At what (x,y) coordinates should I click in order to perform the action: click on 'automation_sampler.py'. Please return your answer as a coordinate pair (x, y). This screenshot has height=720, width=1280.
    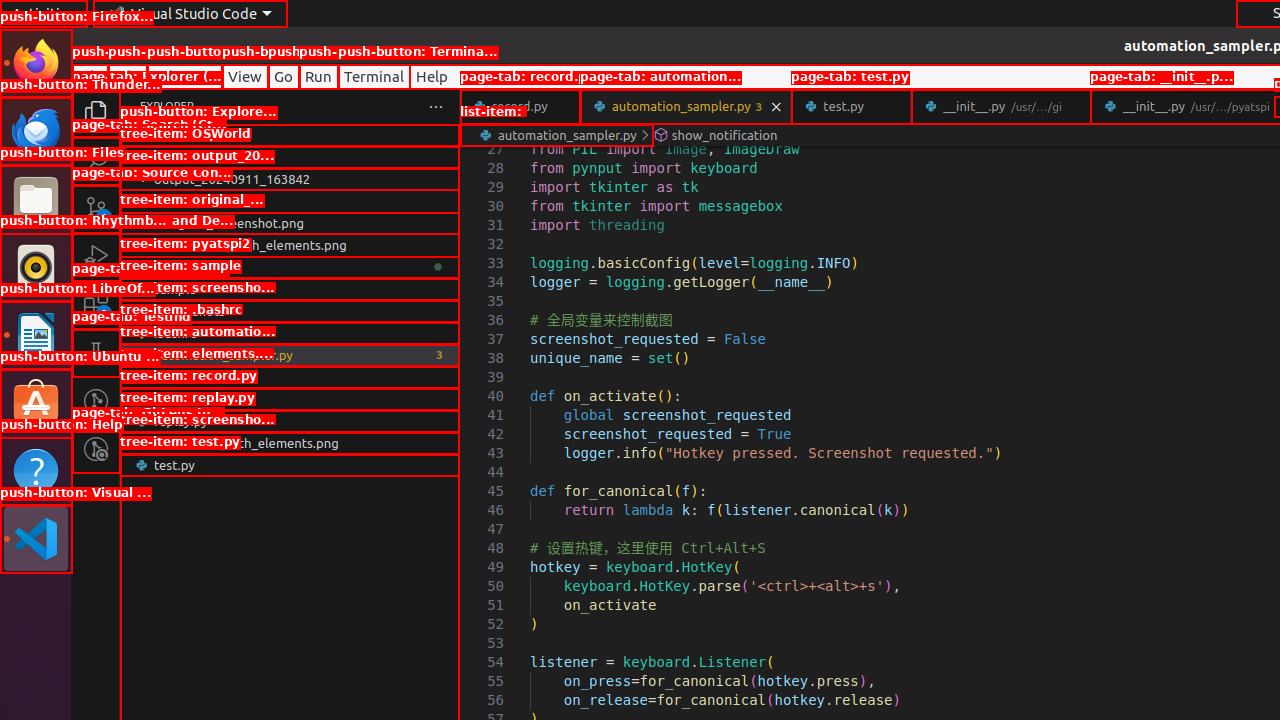
    Looking at the image, I should click on (685, 106).